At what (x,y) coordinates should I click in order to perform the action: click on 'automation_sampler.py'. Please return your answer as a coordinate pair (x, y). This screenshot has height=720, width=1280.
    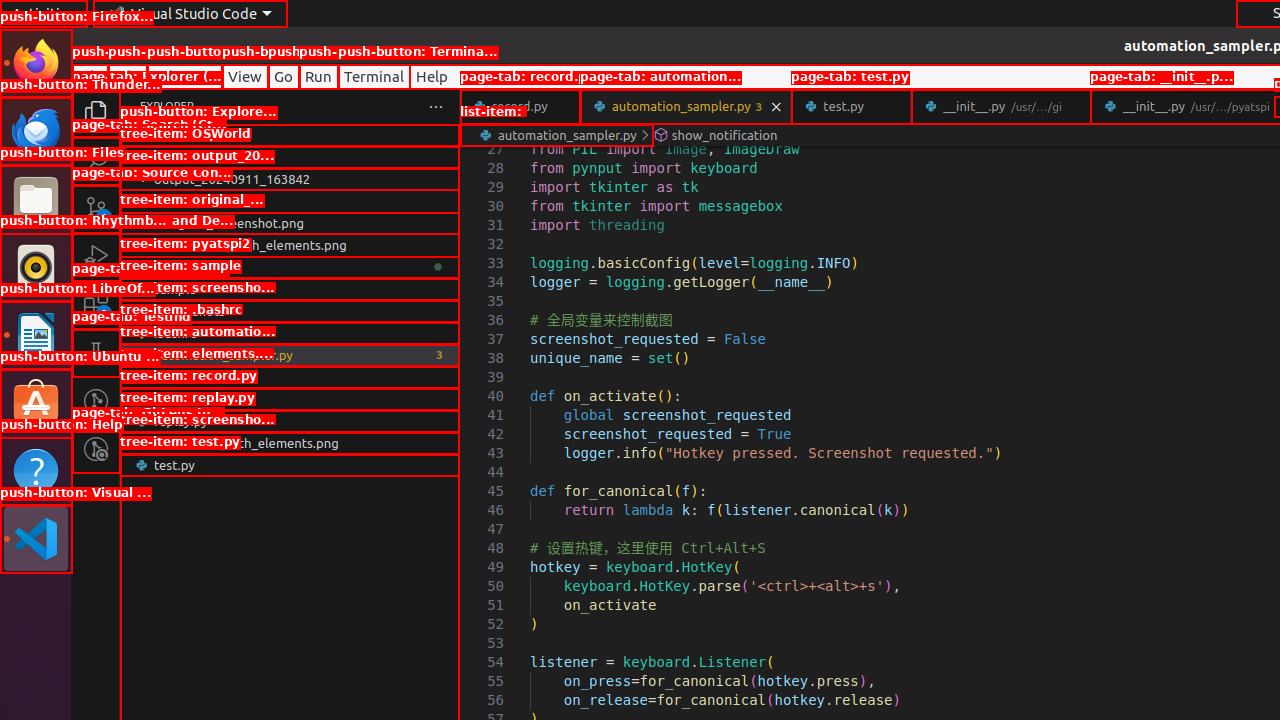
    Looking at the image, I should click on (685, 106).